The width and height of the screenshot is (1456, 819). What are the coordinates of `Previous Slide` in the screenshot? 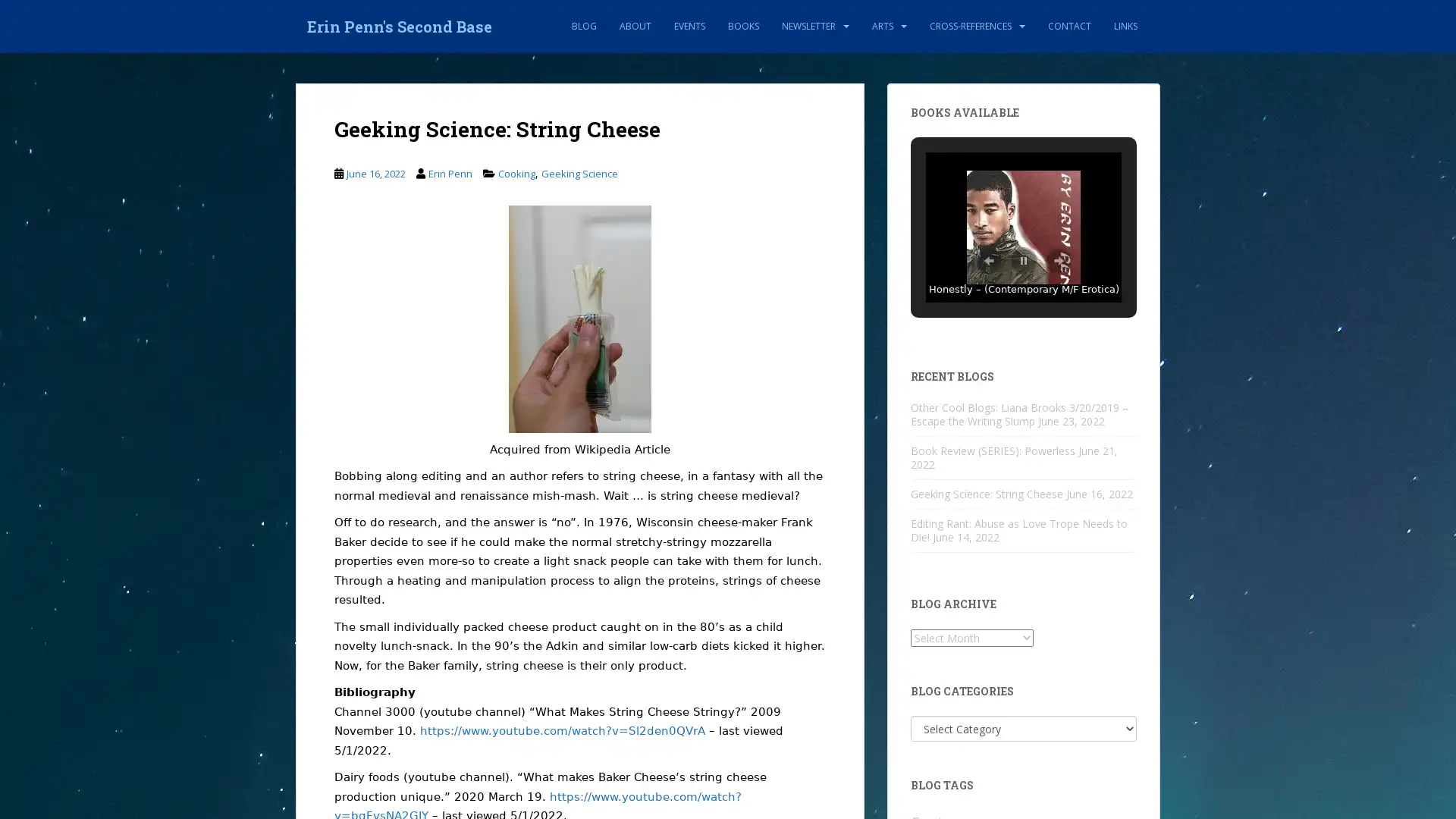 It's located at (989, 259).